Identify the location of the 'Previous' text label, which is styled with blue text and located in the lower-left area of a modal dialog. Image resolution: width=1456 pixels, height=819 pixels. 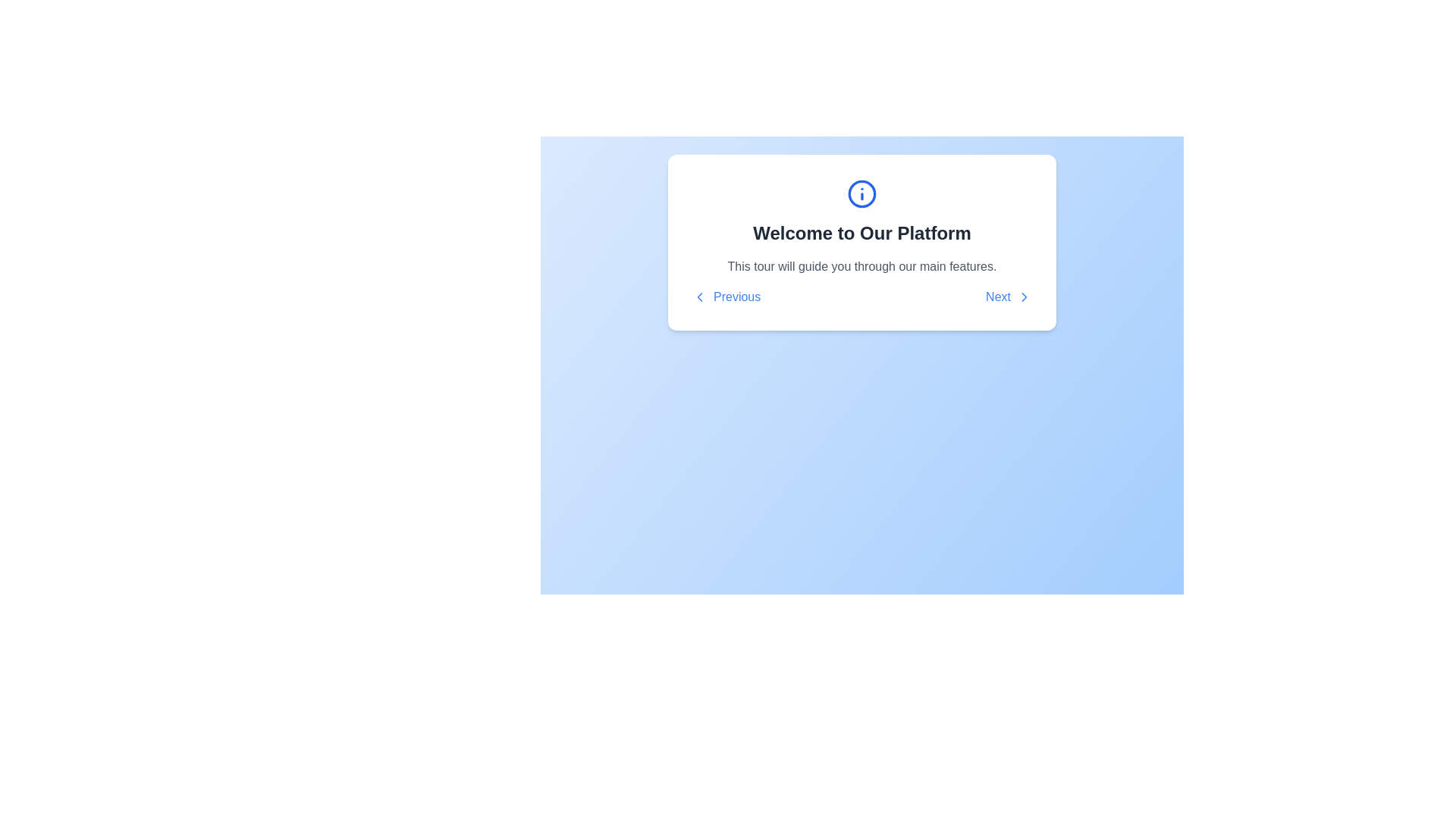
(737, 297).